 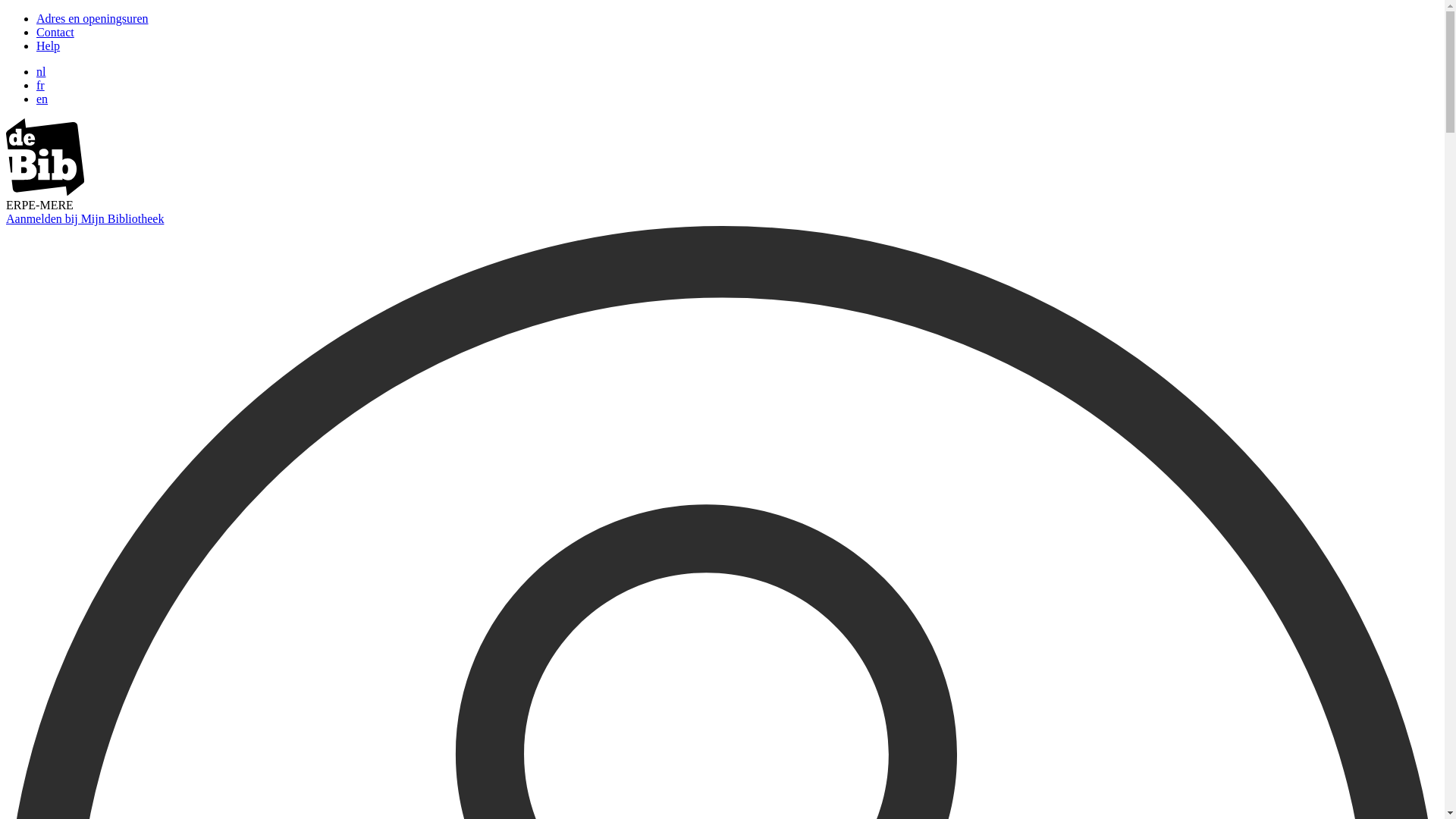 I want to click on 'nl', so click(x=40, y=71).